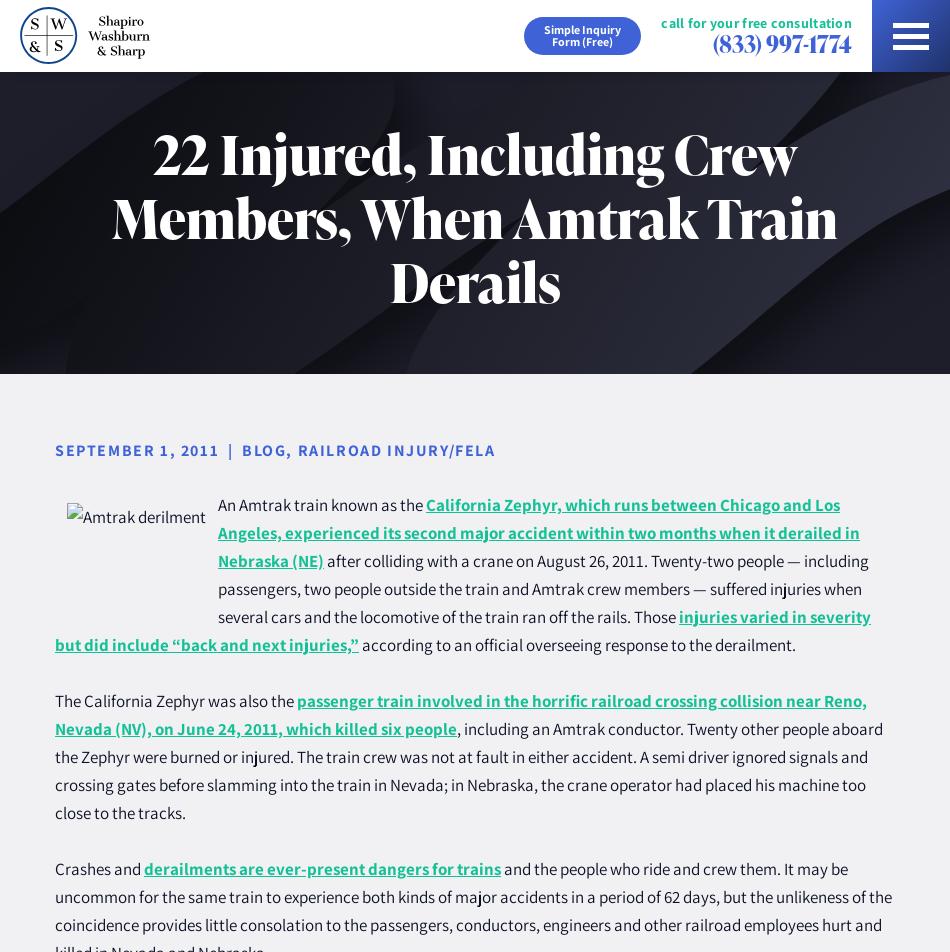 The width and height of the screenshot is (950, 952). What do you see at coordinates (712, 42) in the screenshot?
I see `'(833) 997-1774'` at bounding box center [712, 42].